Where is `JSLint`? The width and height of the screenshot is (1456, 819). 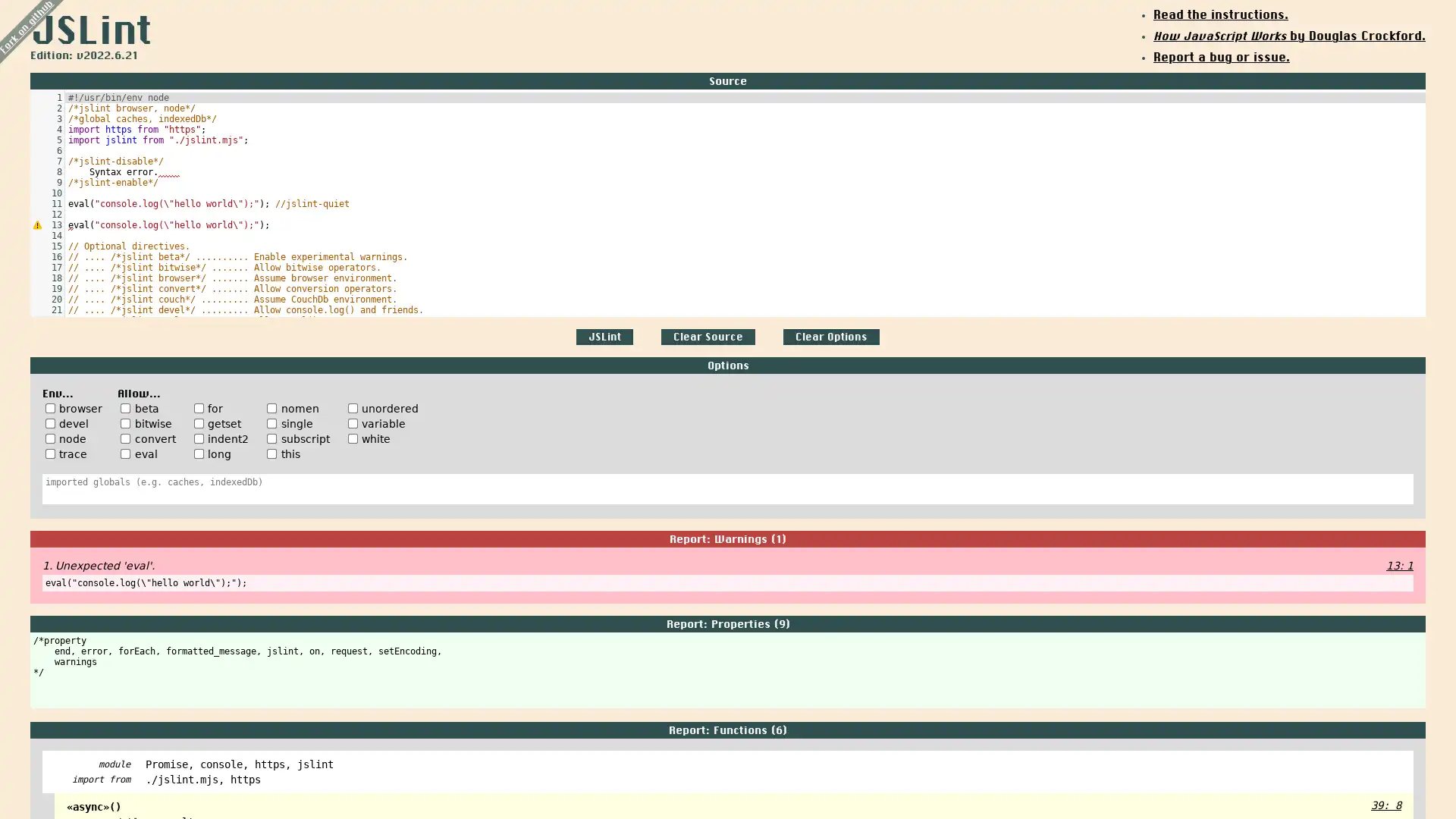 JSLint is located at coordinates (604, 336).